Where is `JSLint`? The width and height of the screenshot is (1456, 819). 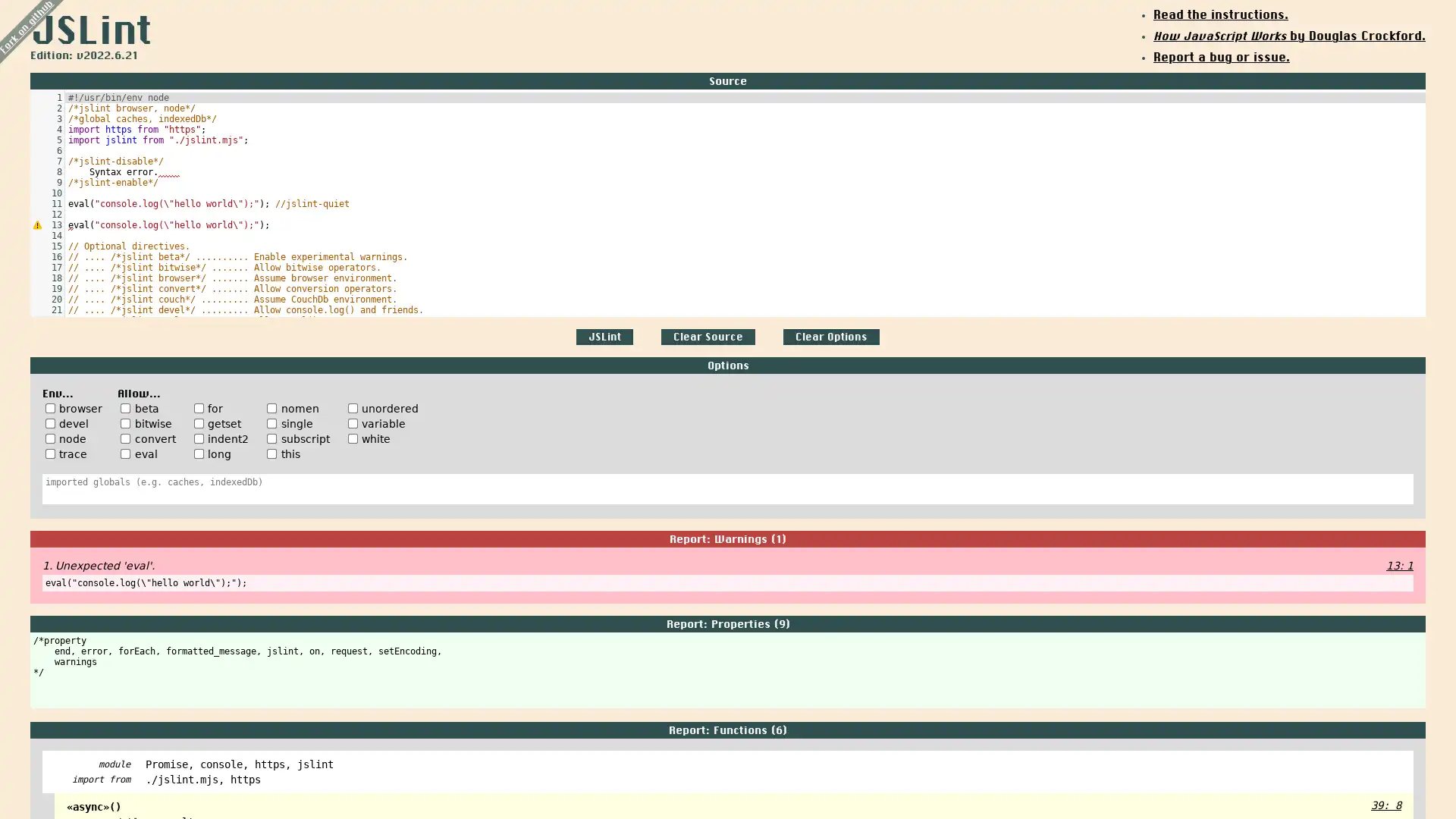 JSLint is located at coordinates (604, 336).